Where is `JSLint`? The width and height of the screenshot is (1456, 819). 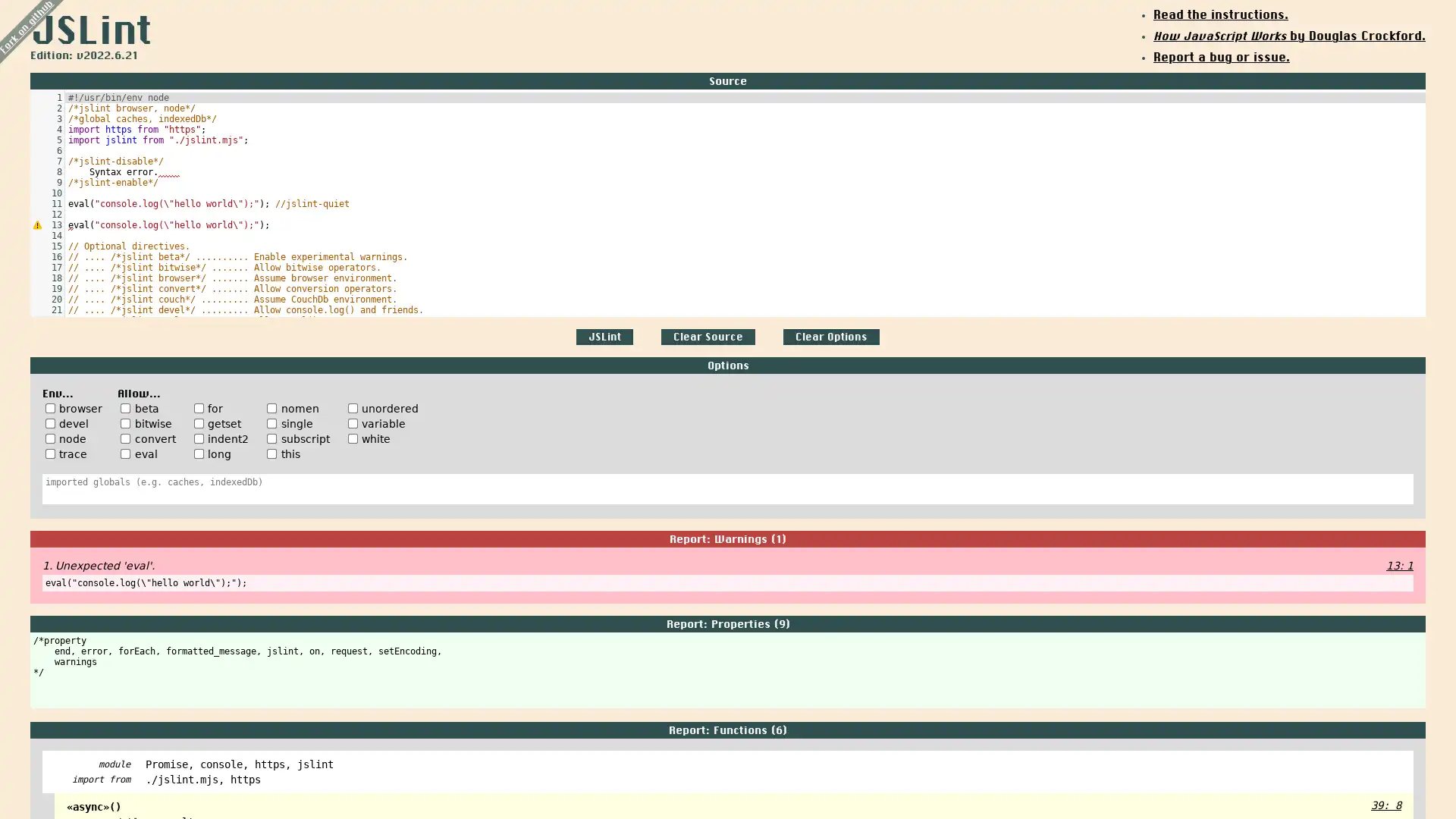 JSLint is located at coordinates (604, 336).